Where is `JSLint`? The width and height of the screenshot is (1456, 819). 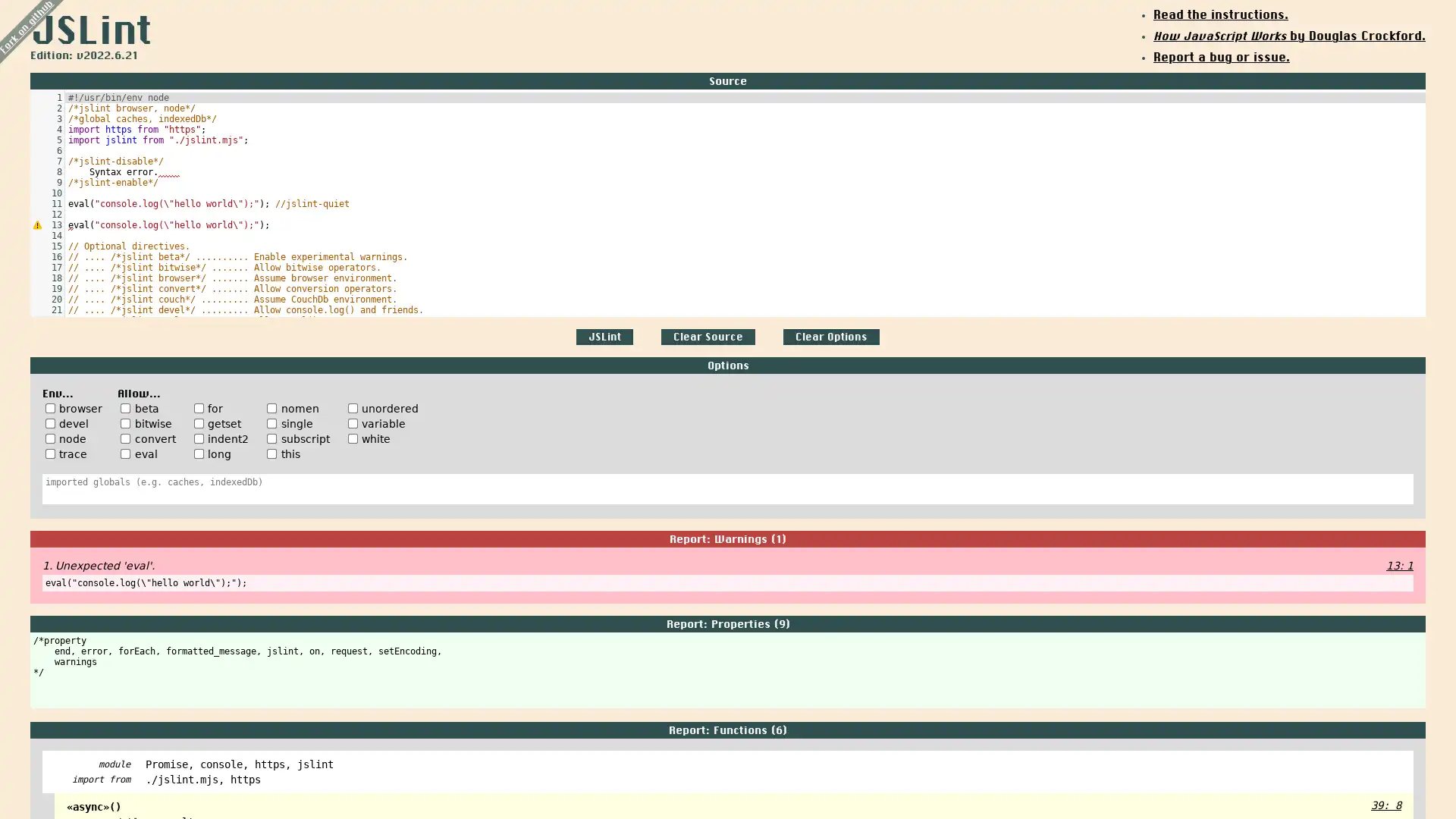 JSLint is located at coordinates (604, 336).